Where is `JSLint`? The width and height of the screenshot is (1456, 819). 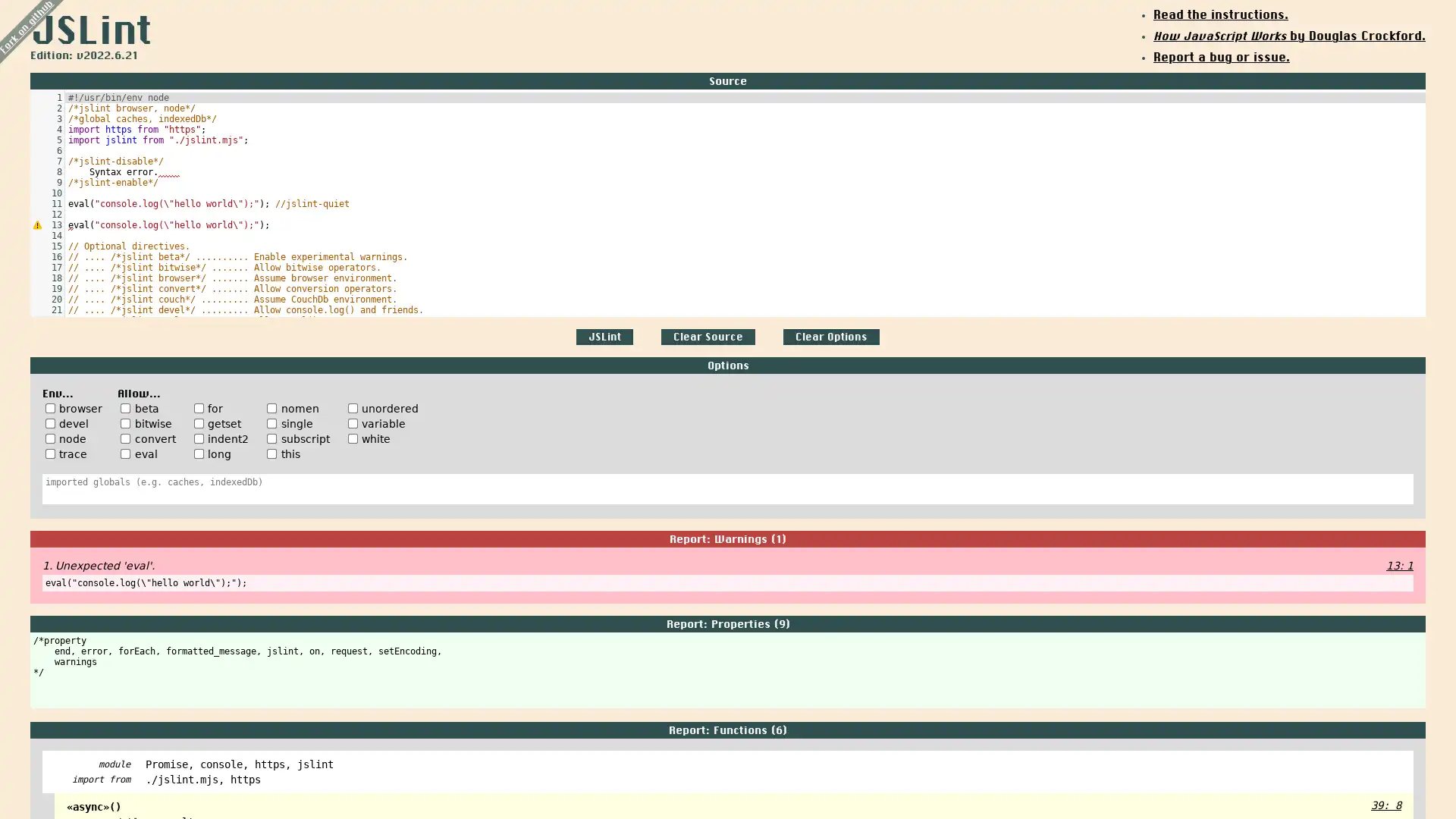 JSLint is located at coordinates (604, 336).